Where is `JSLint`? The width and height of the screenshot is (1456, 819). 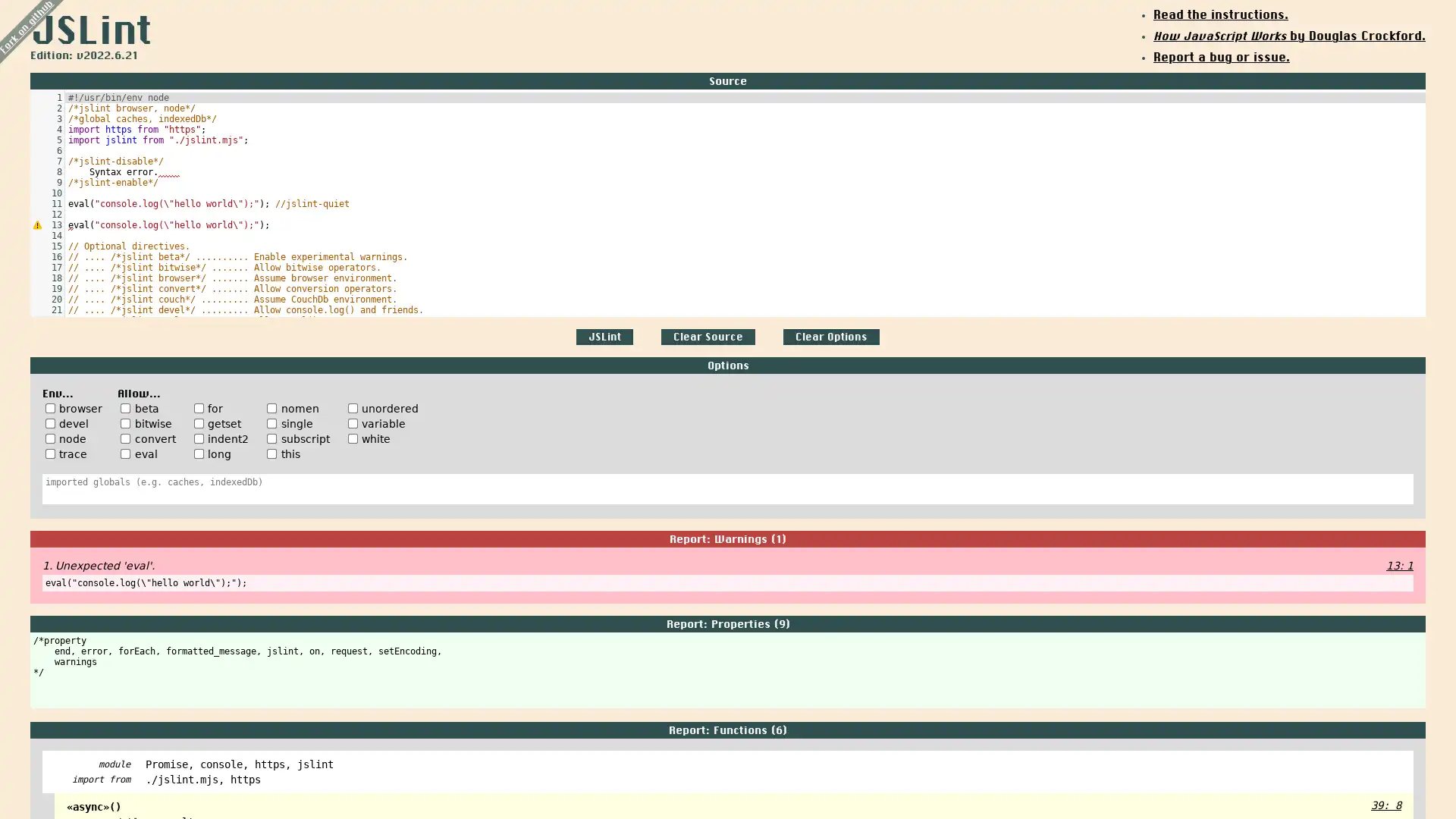 JSLint is located at coordinates (604, 336).